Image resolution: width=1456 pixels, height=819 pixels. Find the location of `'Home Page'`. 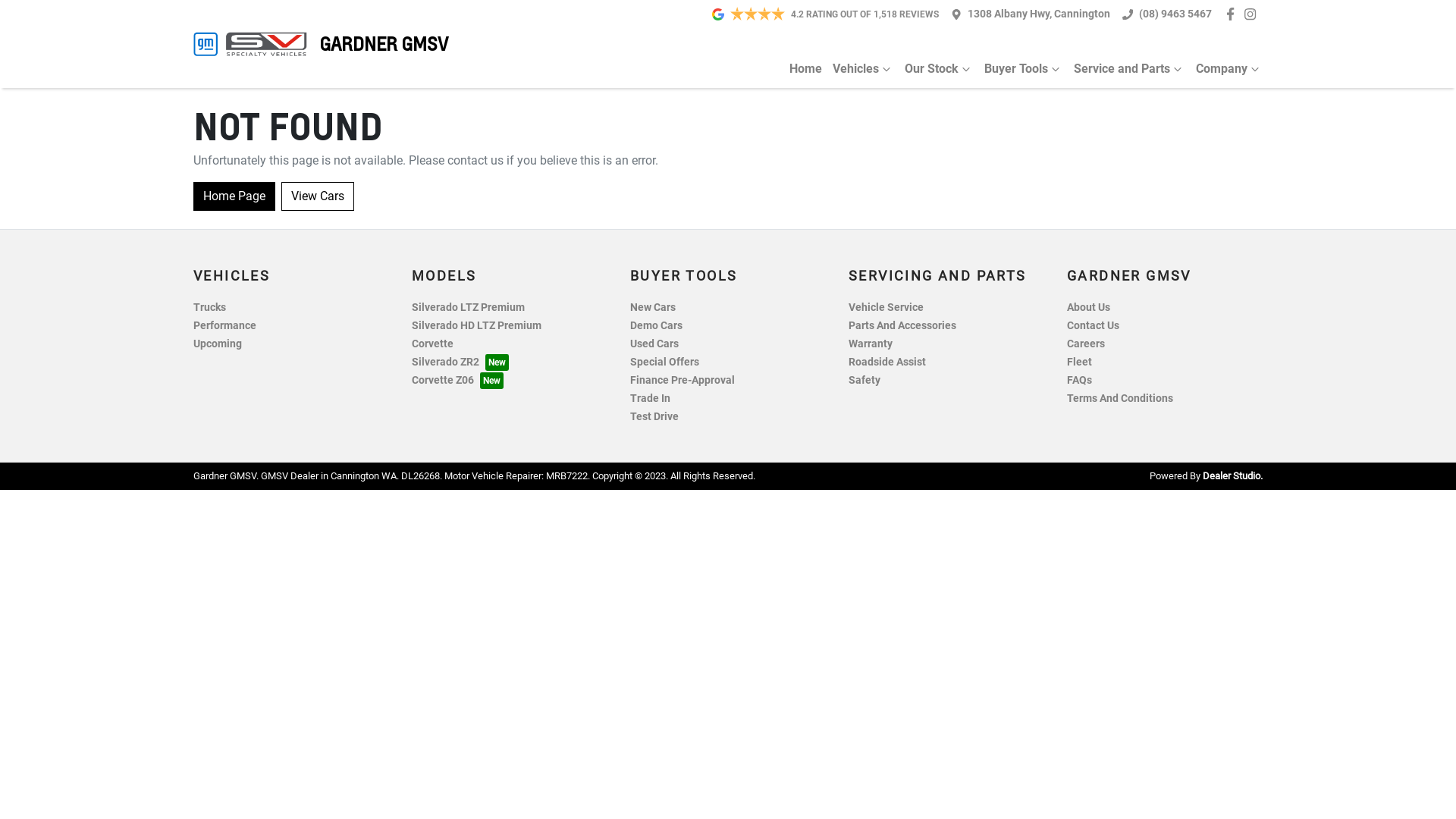

'Home Page' is located at coordinates (233, 195).